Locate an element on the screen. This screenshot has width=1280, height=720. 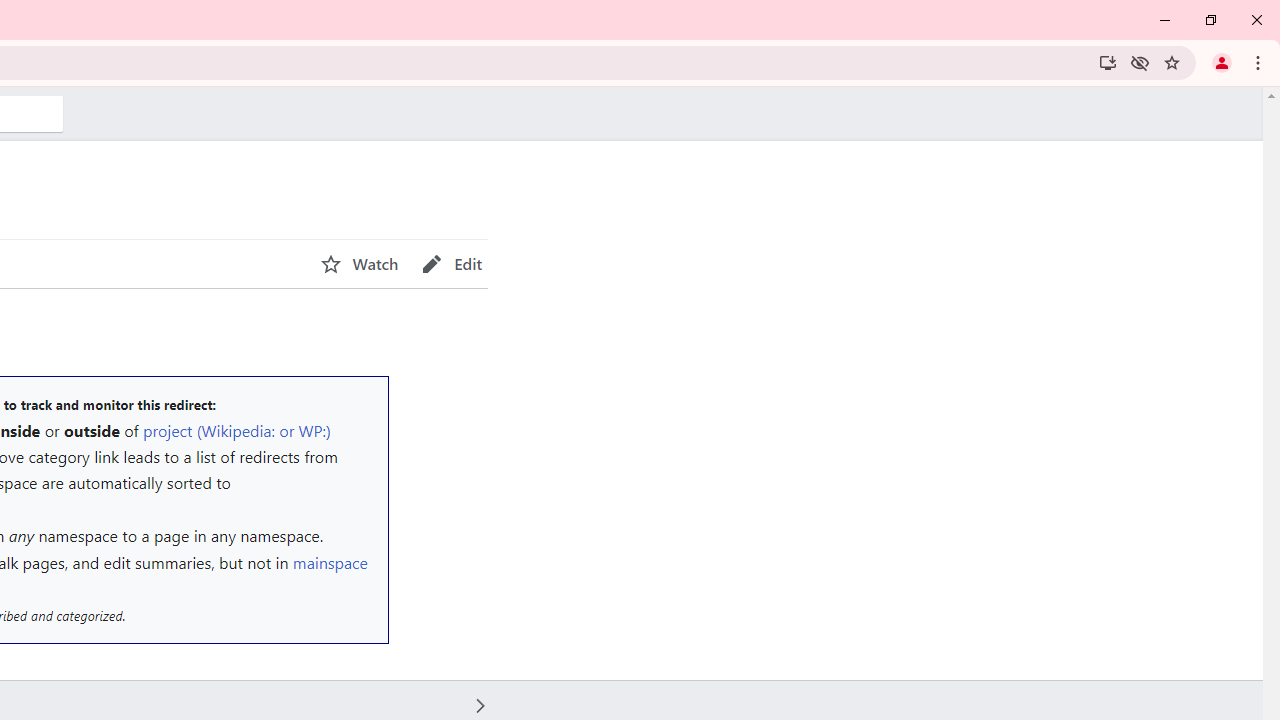
'Edit' is located at coordinates (451, 263).